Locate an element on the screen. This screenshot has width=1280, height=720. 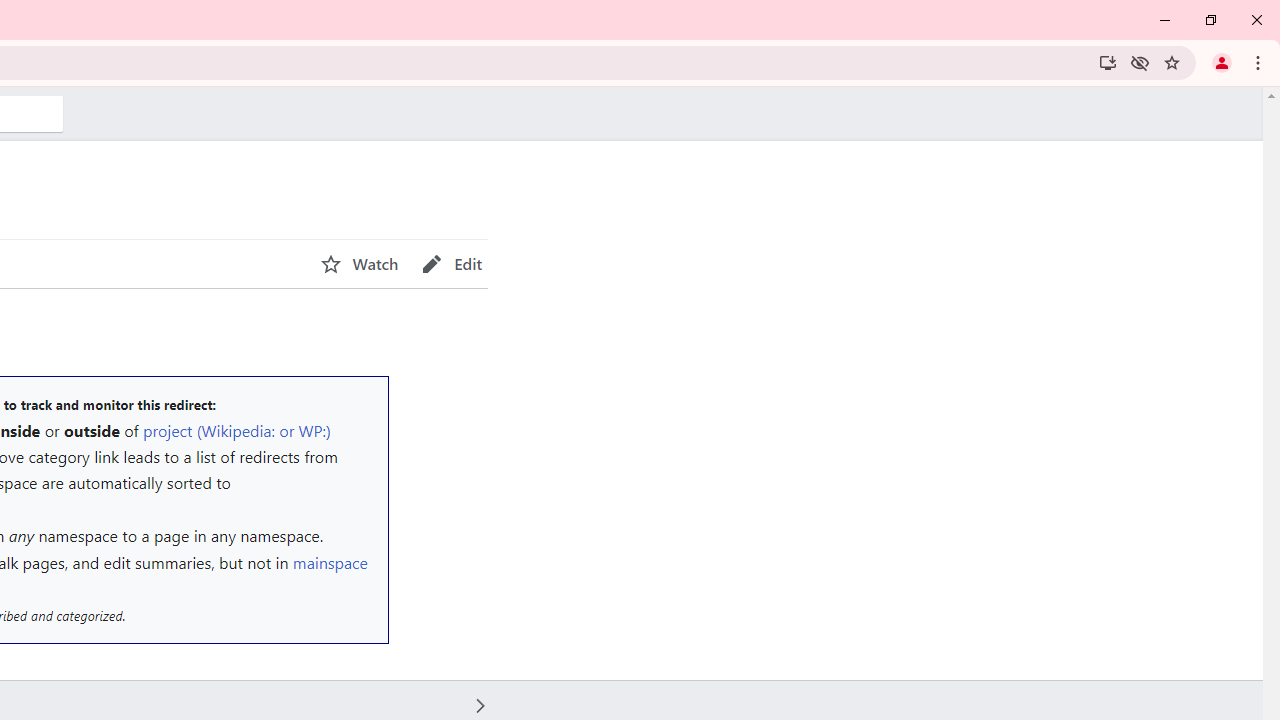
'Edit' is located at coordinates (451, 263).